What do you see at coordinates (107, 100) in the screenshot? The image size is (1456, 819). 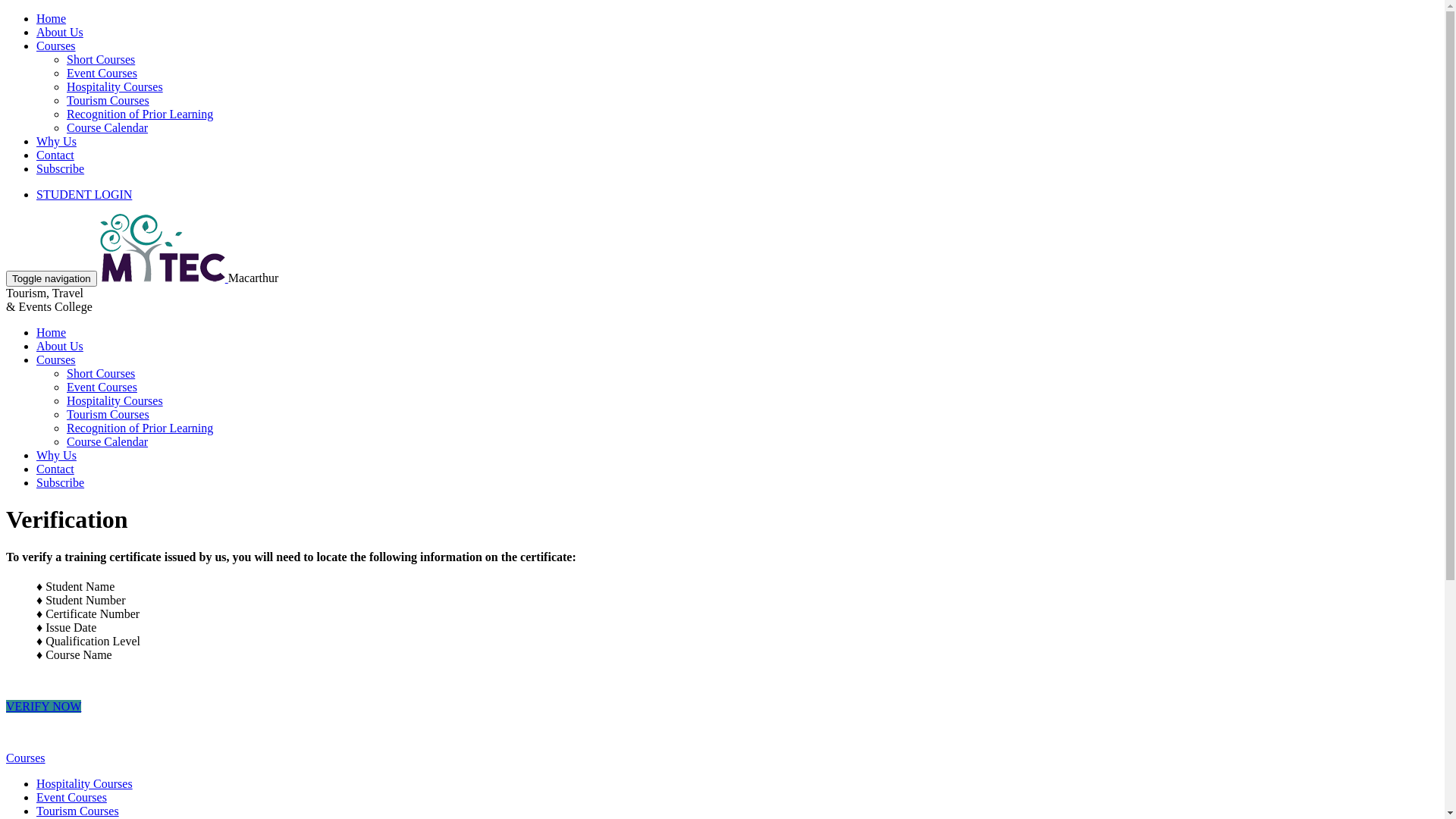 I see `'Tourism Courses'` at bounding box center [107, 100].